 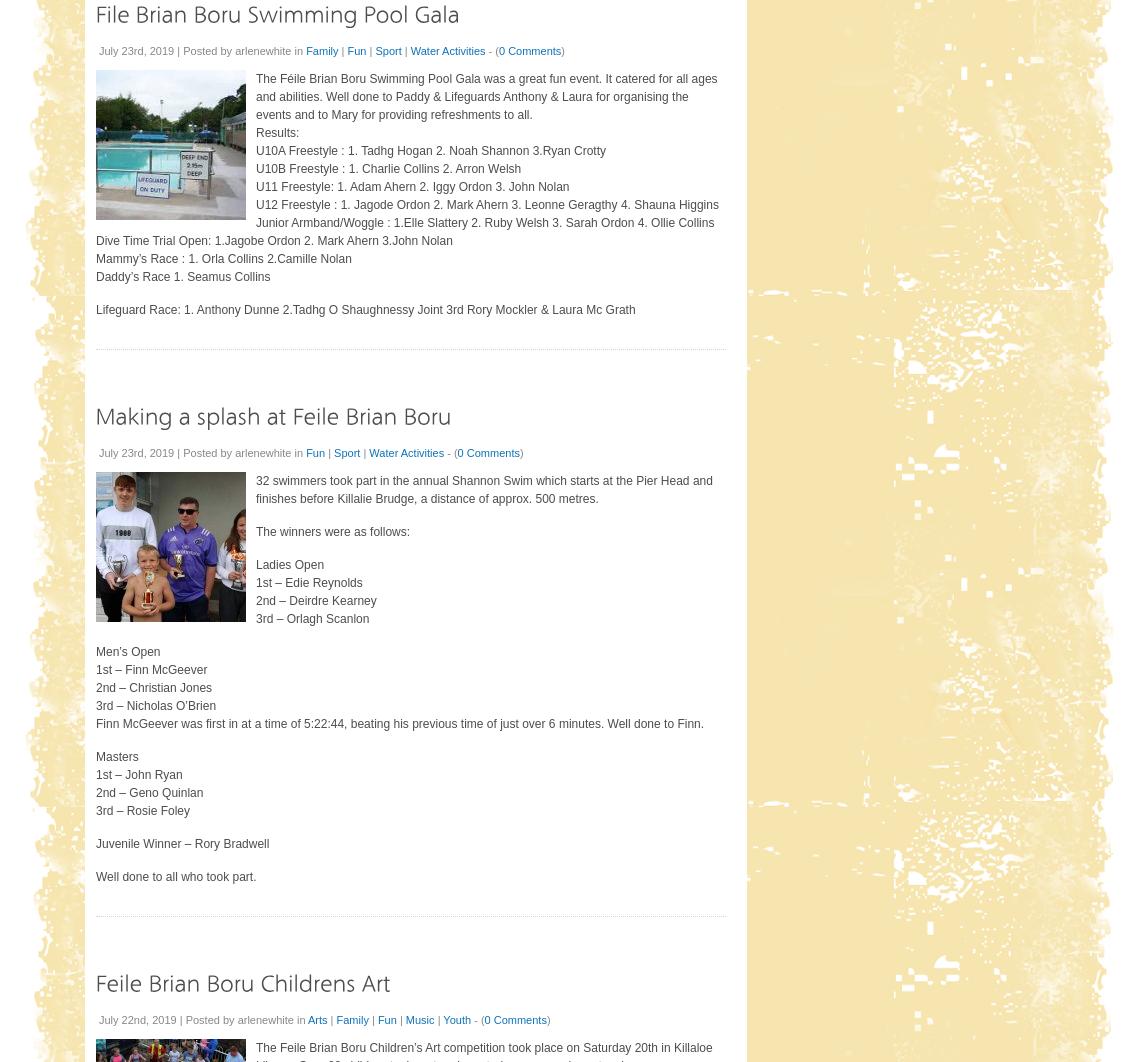 What do you see at coordinates (94, 275) in the screenshot?
I see `'Daddy’s Race 1. Seamus Collins'` at bounding box center [94, 275].